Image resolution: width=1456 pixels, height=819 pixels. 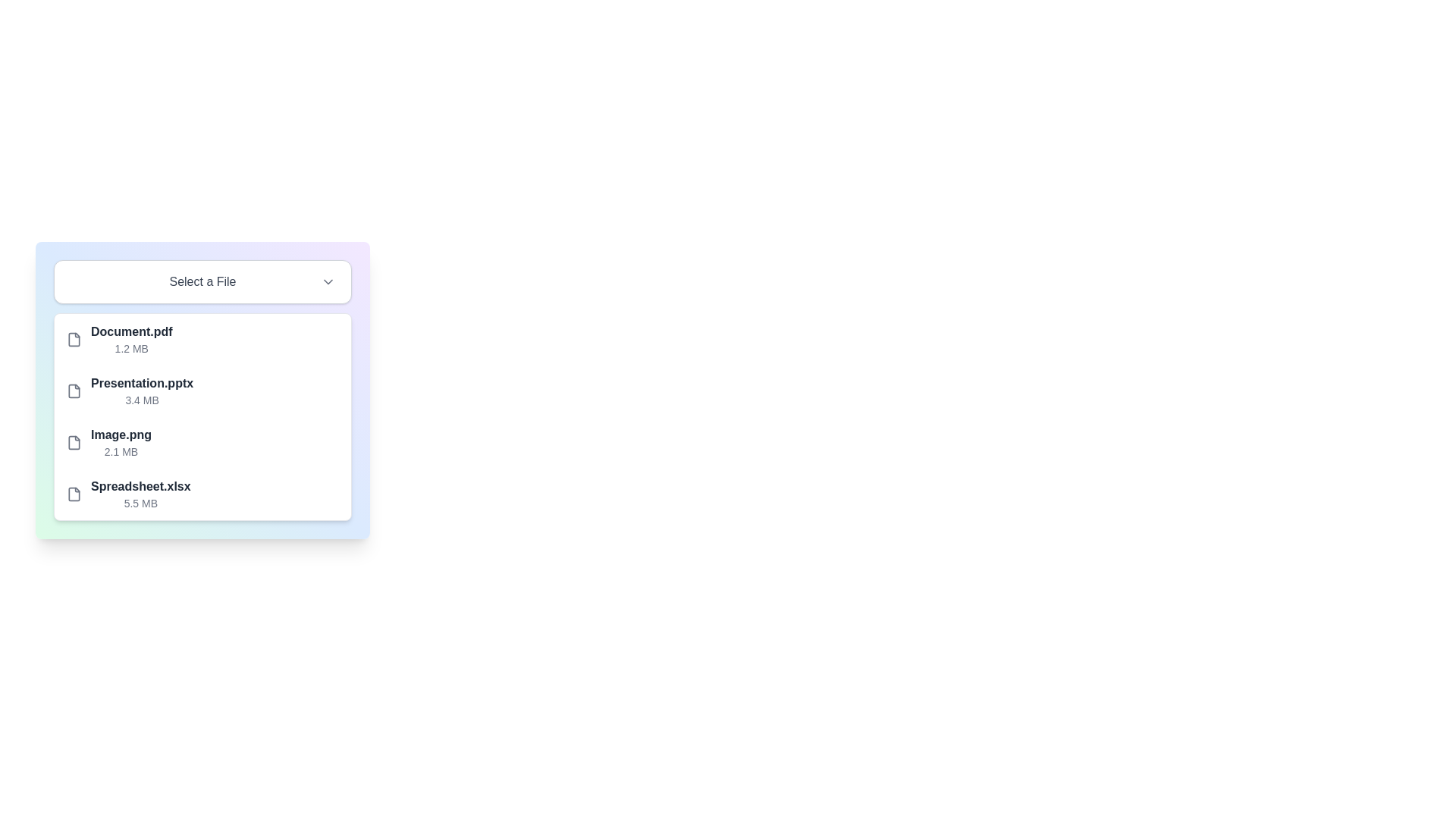 What do you see at coordinates (202, 390) in the screenshot?
I see `the second entry in the file list titled 'Presentation.pptx'` at bounding box center [202, 390].